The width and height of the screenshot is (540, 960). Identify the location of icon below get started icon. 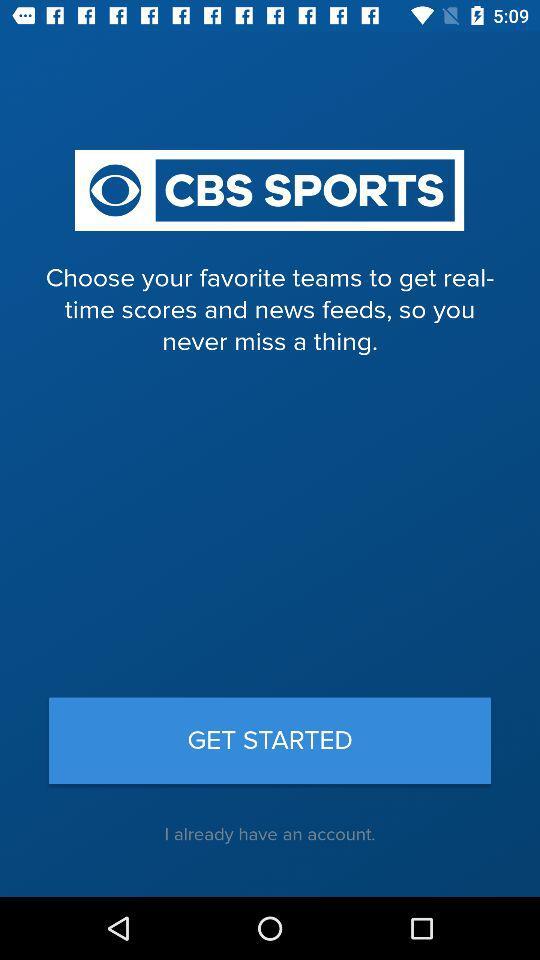
(270, 834).